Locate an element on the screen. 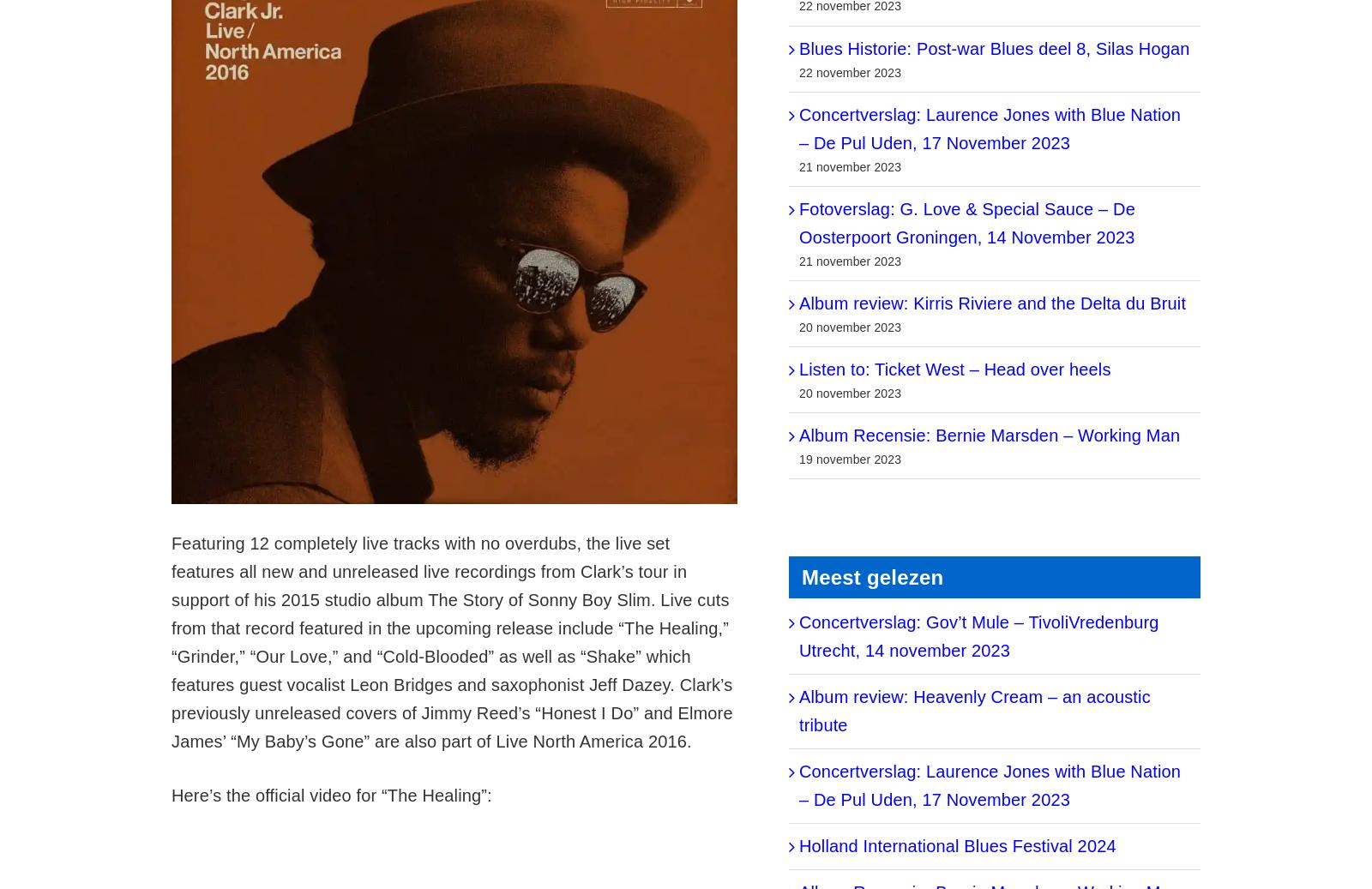 The width and height of the screenshot is (1372, 889). 'Fotoverslag: G. Love & Special Sauce – De Oosterpoort Groningen, 14 November 2023' is located at coordinates (966, 221).